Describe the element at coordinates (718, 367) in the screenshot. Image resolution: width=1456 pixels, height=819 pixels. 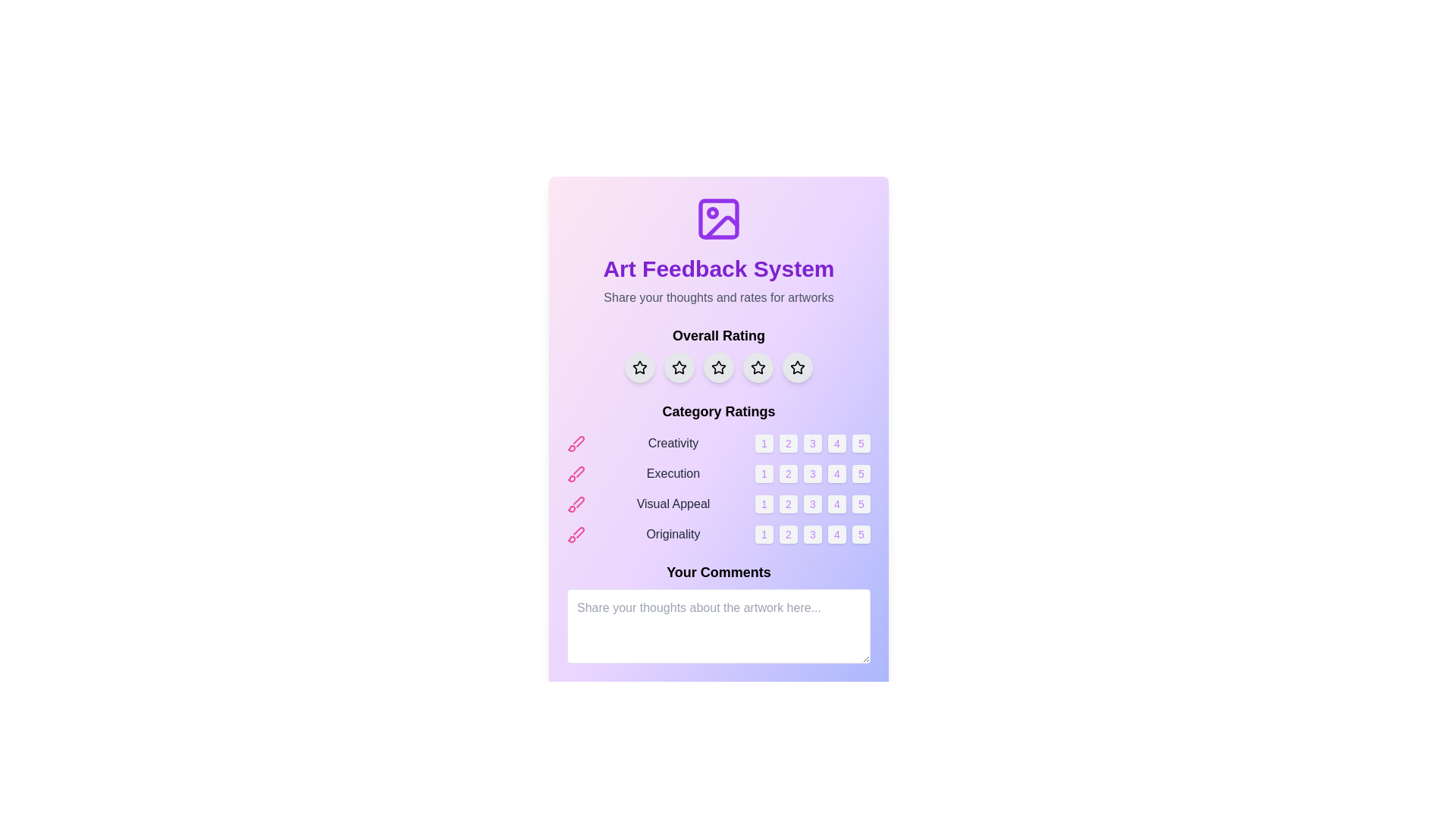
I see `the third star icon in the 'Overall Rating' section` at that location.